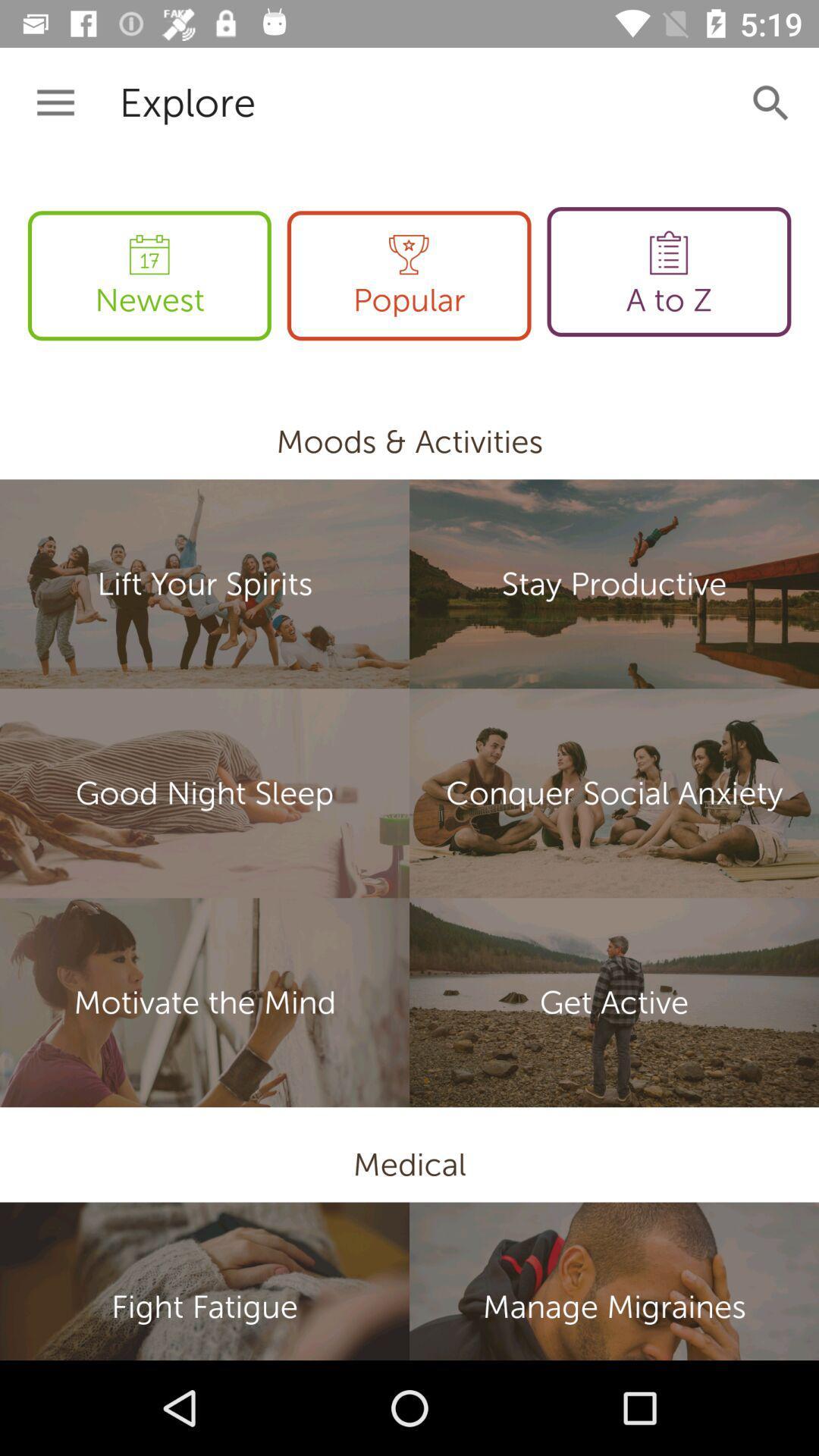 This screenshot has height=1456, width=819. Describe the element at coordinates (668, 271) in the screenshot. I see `the icon to the right of popular item` at that location.